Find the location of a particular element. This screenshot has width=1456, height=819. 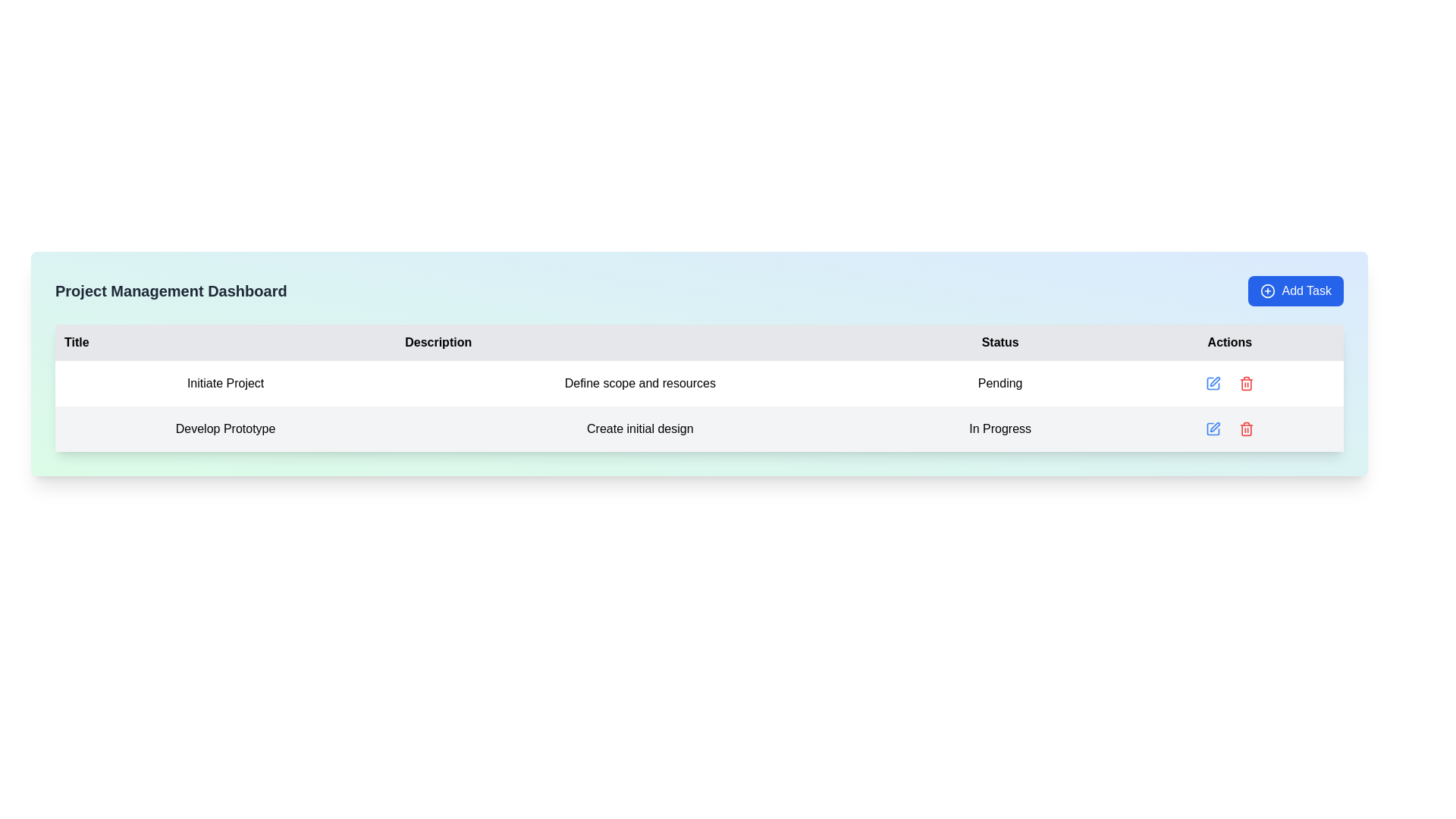

the text element that reads 'Define scope and resources' located in the second cell of the 'Description' column in the first row of the table is located at coordinates (640, 382).